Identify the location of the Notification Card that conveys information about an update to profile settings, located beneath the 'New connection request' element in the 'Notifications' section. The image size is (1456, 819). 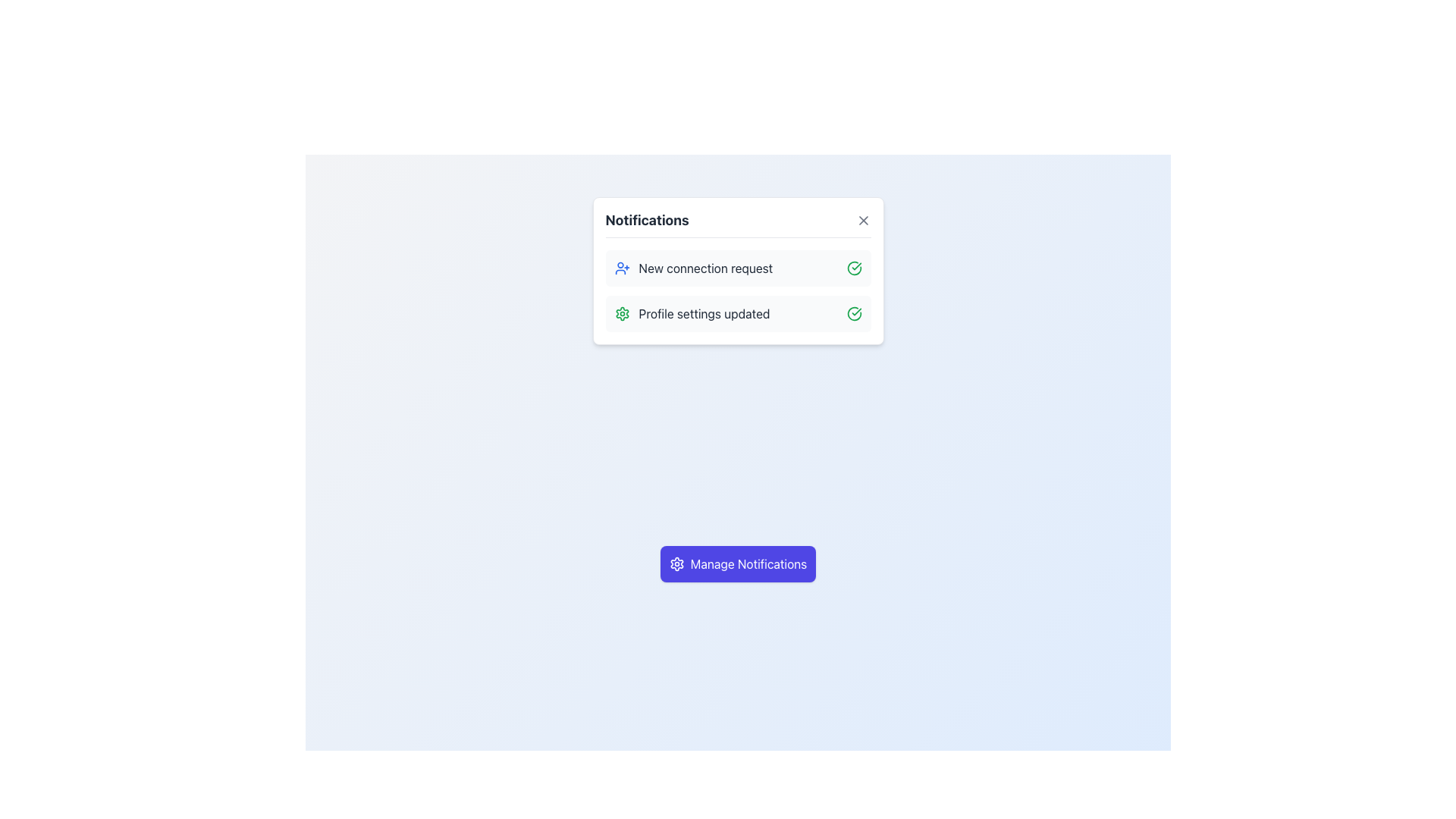
(738, 312).